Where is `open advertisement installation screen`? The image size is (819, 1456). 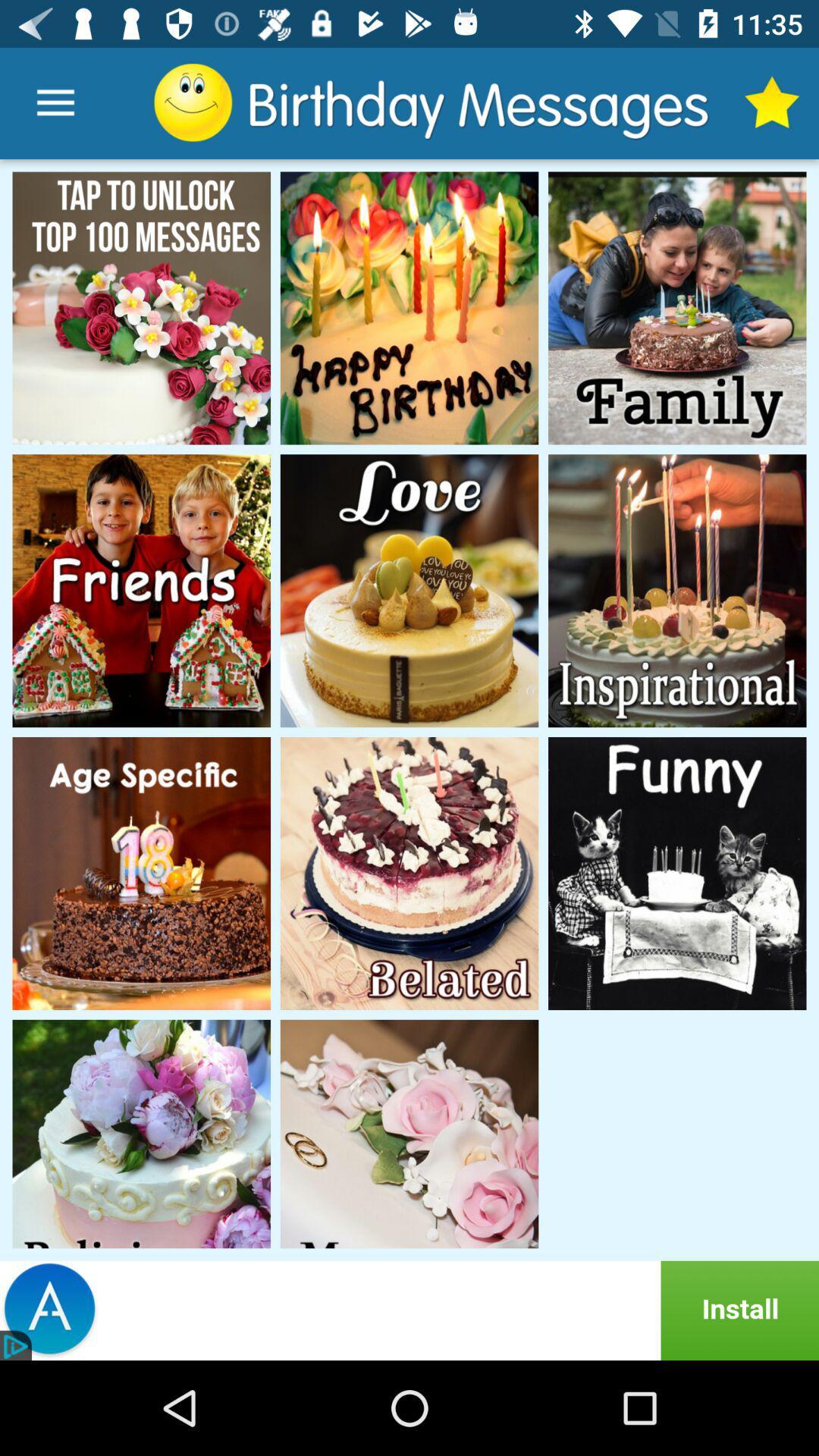 open advertisement installation screen is located at coordinates (409, 1310).